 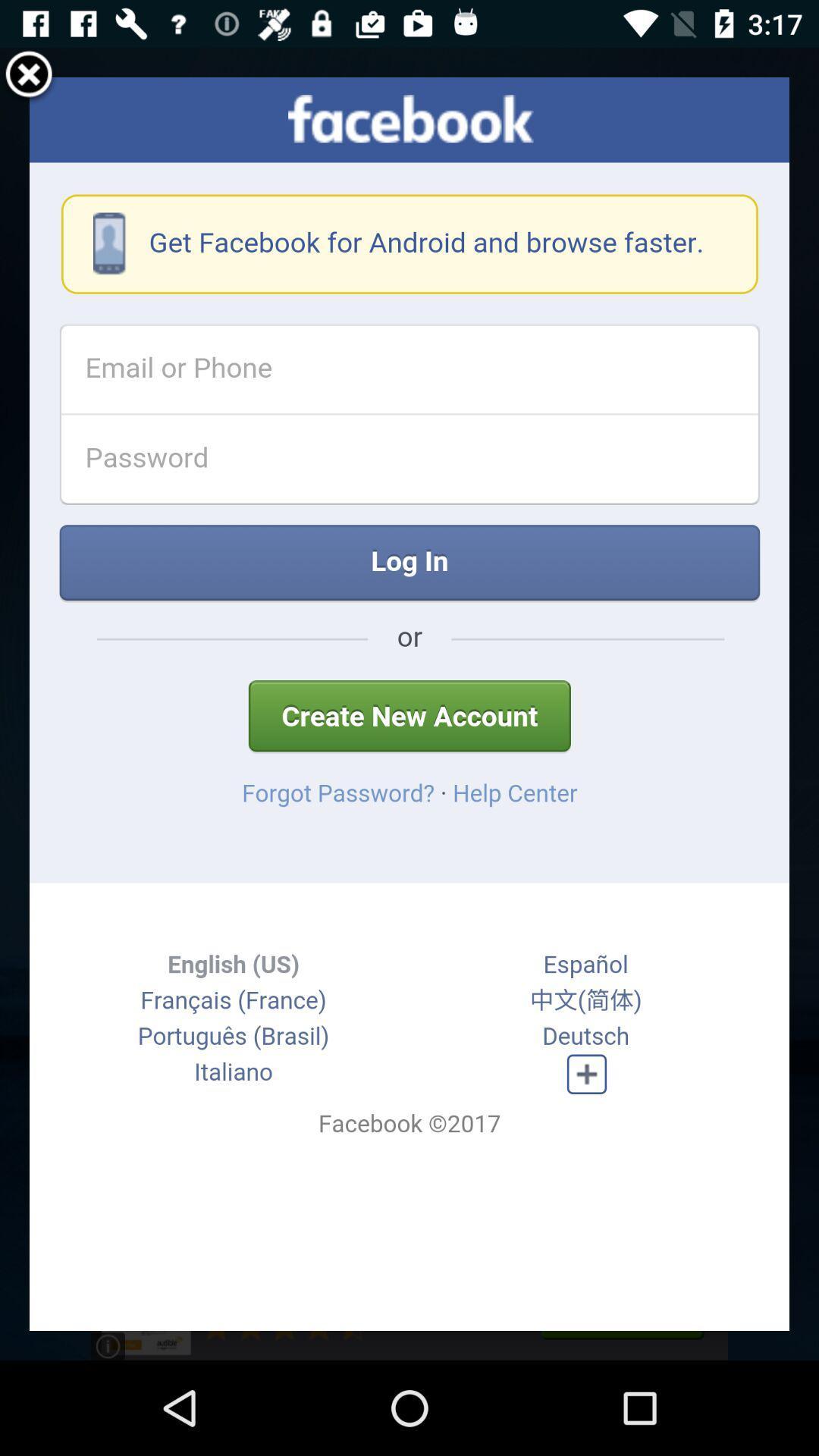 What do you see at coordinates (409, 703) in the screenshot?
I see `facebook page` at bounding box center [409, 703].